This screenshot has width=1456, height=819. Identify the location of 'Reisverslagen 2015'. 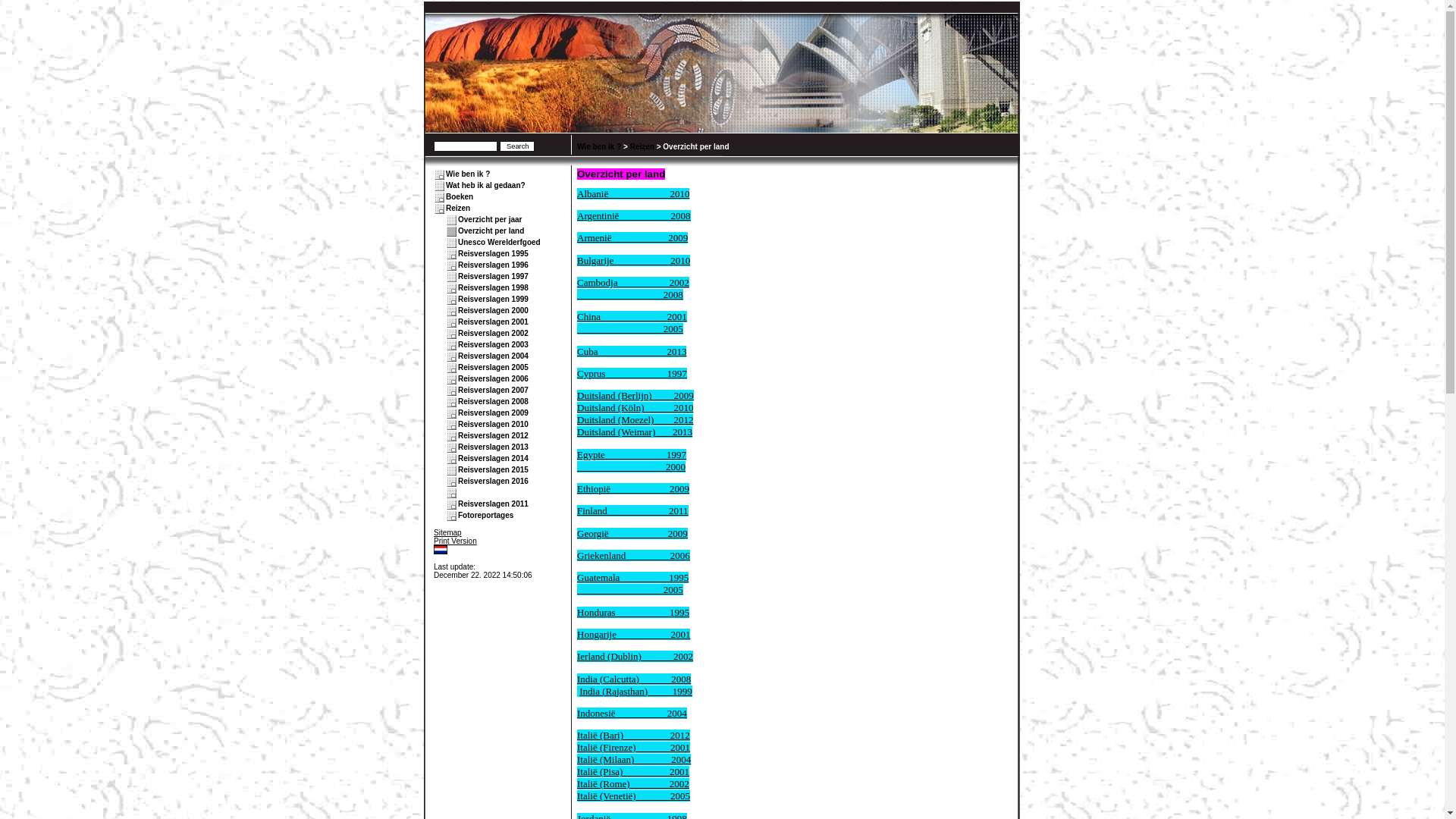
(457, 469).